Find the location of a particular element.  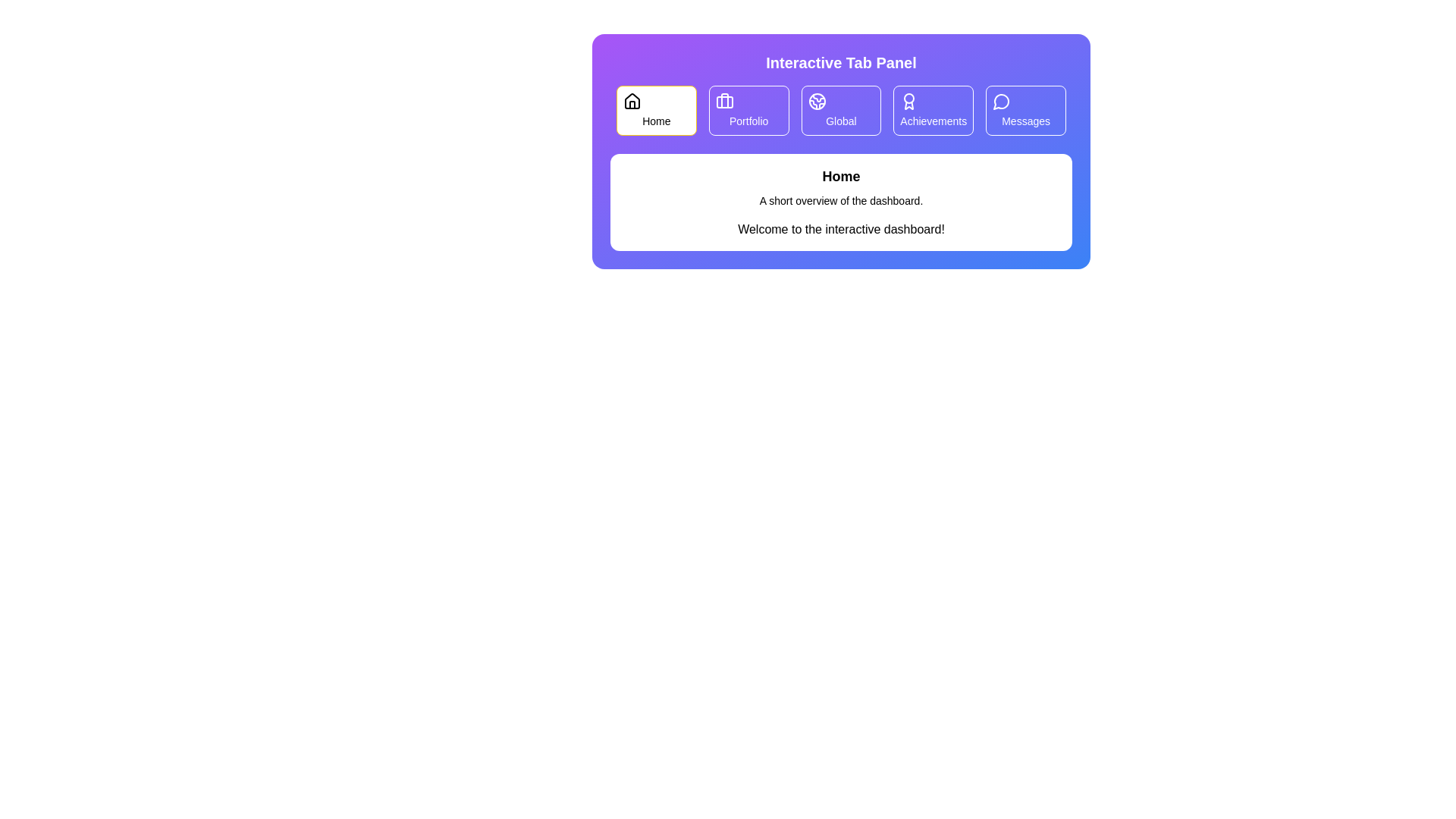

the 'Portfolio' button with a purple background, which features a briefcase icon and white text beneath it is located at coordinates (748, 110).